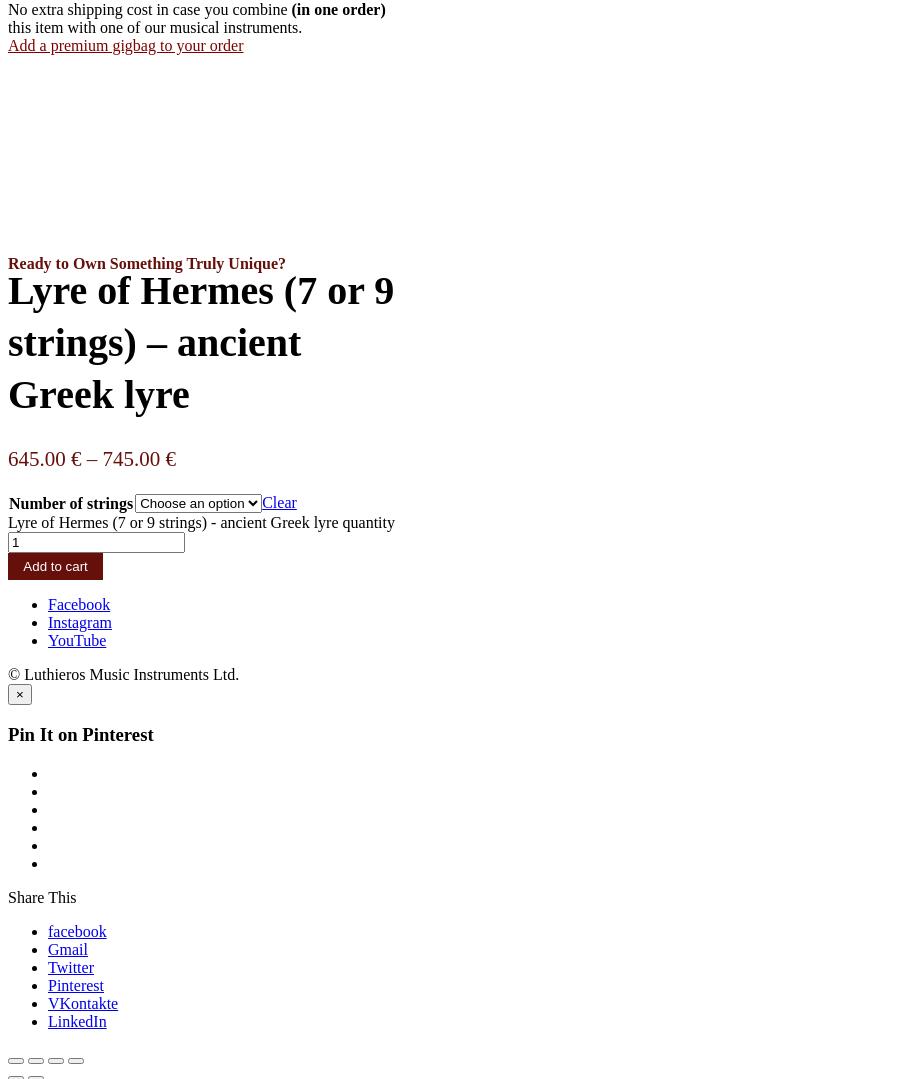 The width and height of the screenshot is (908, 1079). I want to click on 'LinkedIn', so click(75, 1020).